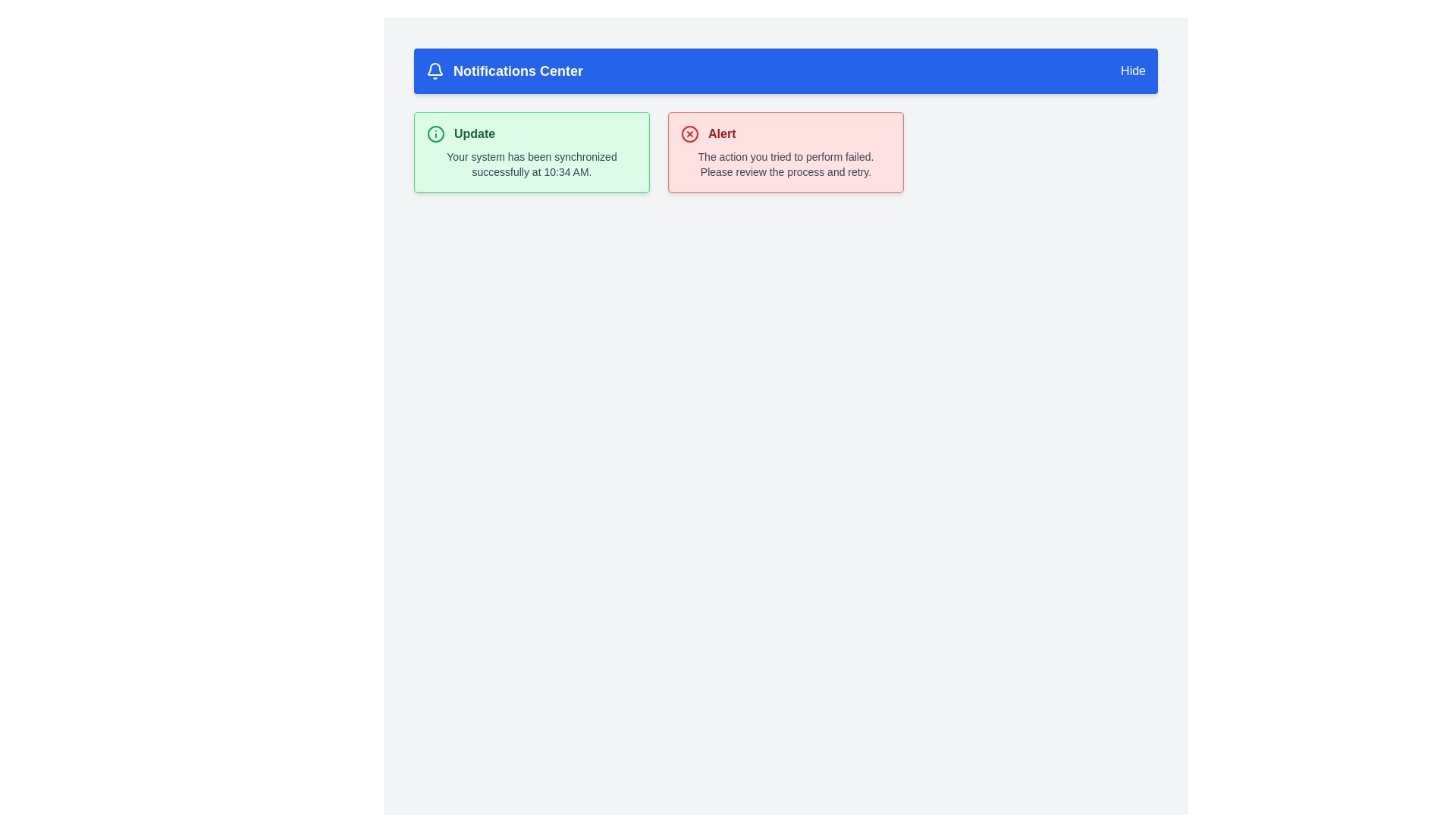  Describe the element at coordinates (435, 133) in the screenshot. I see `the larger SVG circle component of the notification icon labeled 'Update' located in the top-left corner` at that location.